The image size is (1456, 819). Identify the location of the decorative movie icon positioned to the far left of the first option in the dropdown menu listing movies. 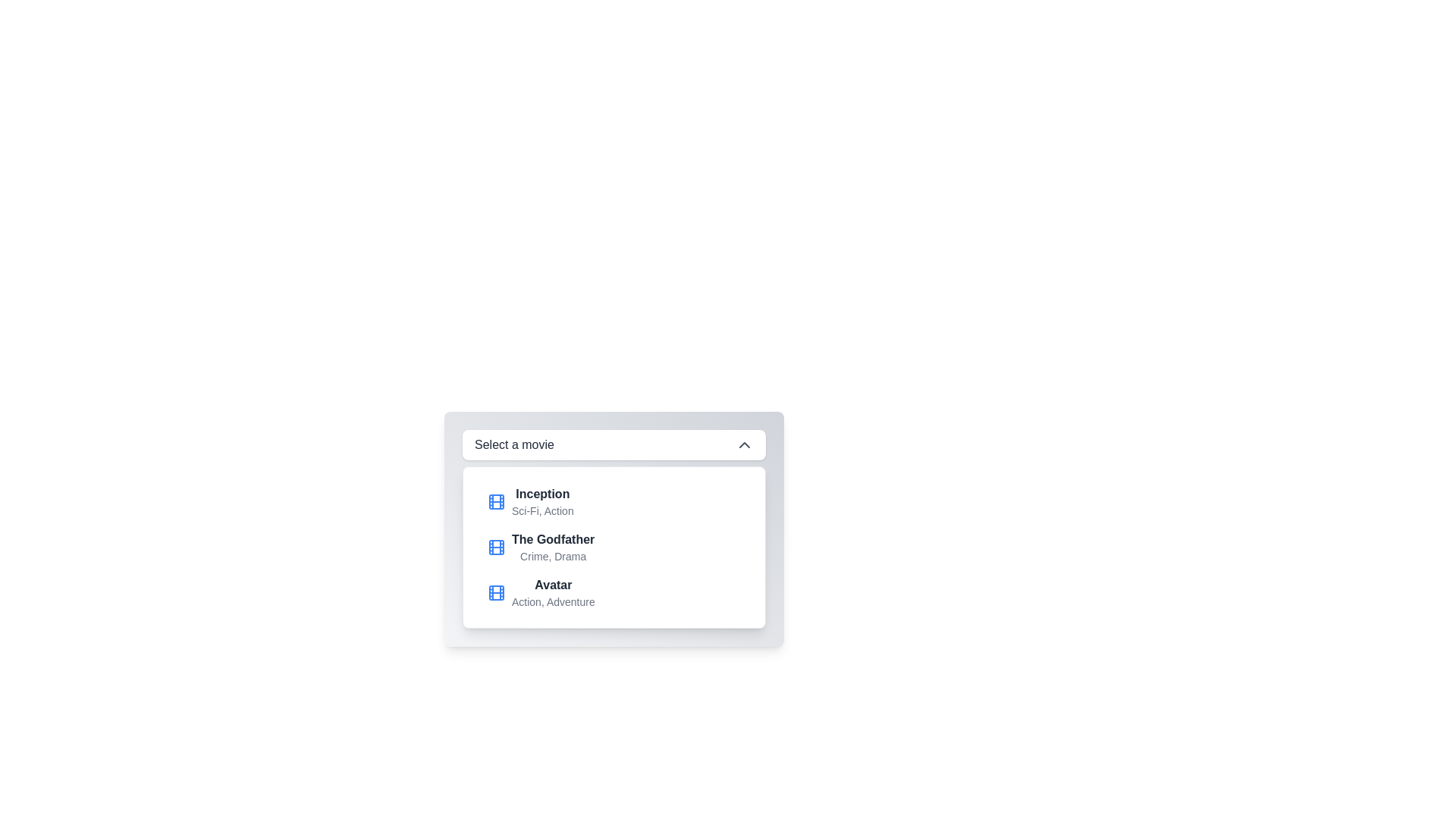
(496, 502).